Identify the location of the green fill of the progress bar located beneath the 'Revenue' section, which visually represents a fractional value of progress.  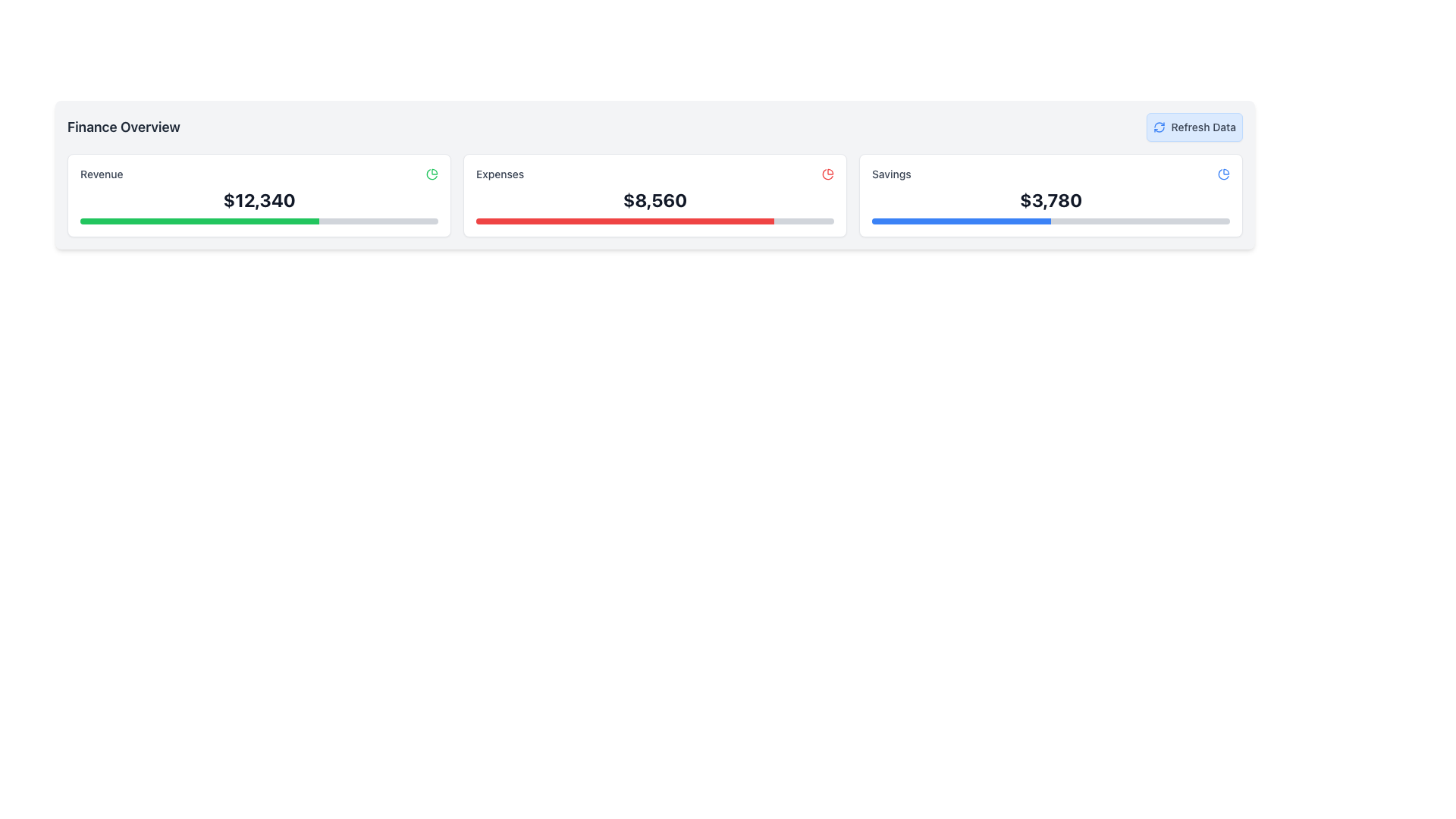
(199, 221).